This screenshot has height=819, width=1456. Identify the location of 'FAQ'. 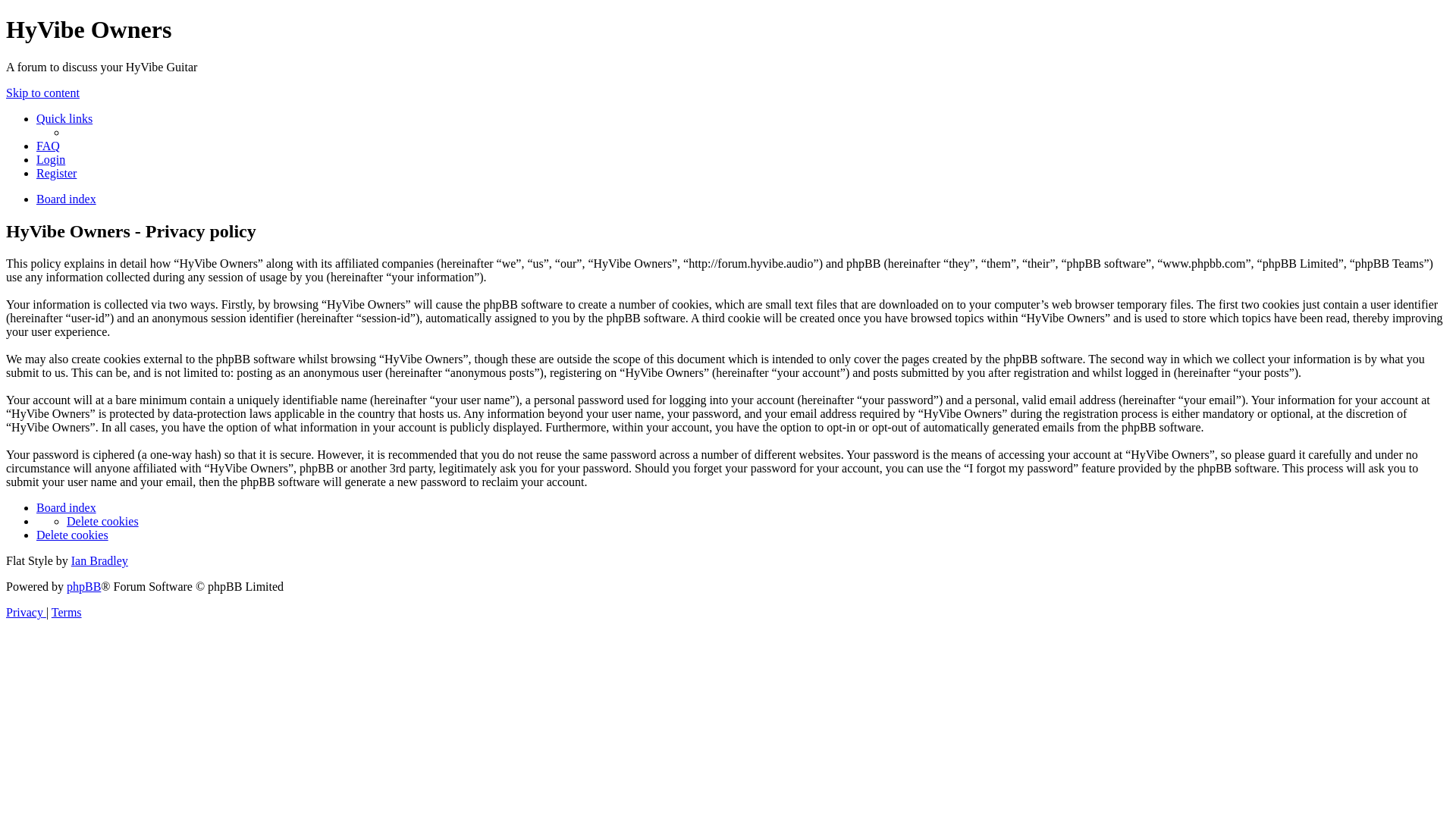
(48, 146).